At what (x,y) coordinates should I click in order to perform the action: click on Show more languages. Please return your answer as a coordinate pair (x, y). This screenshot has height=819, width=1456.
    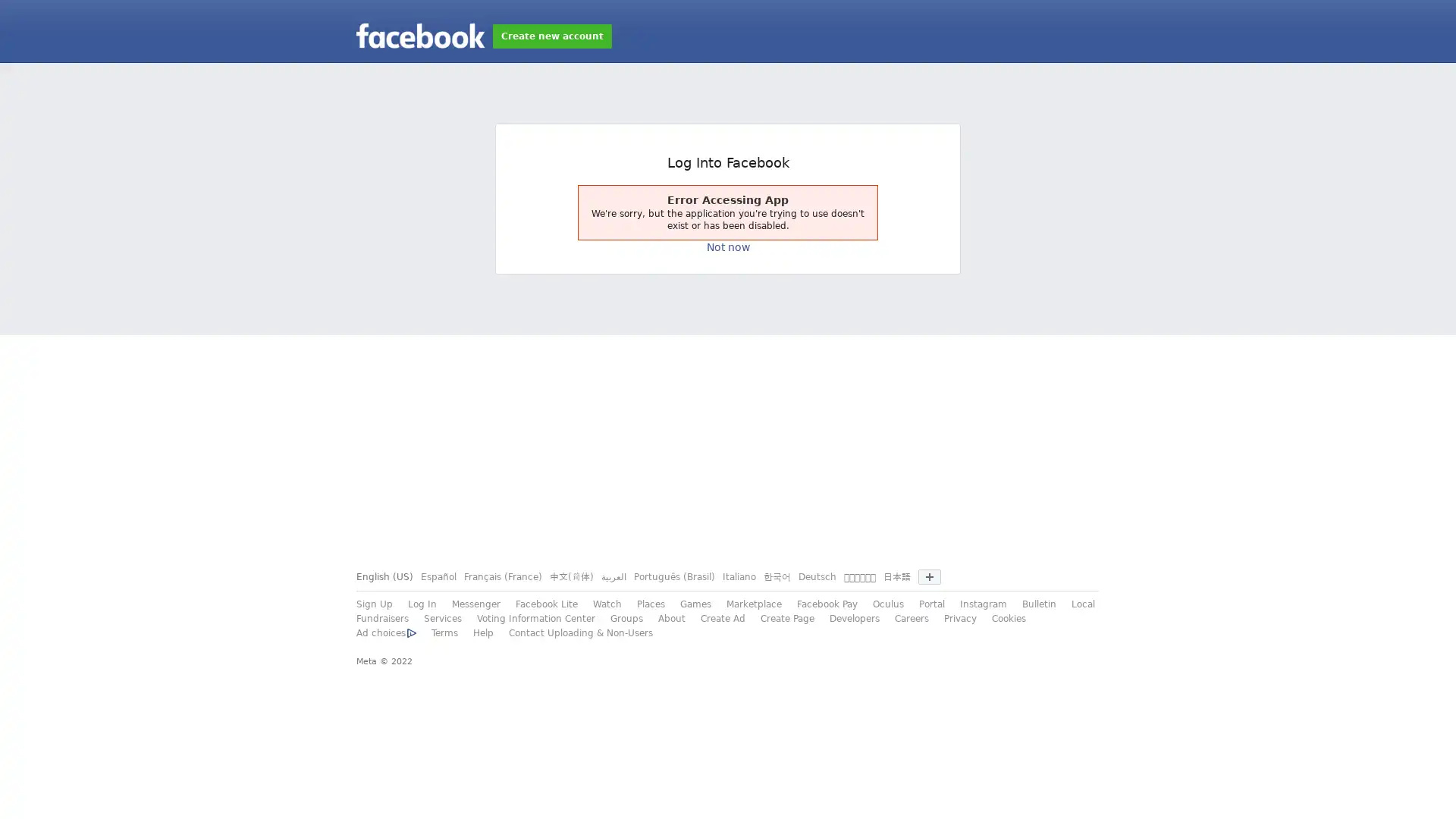
    Looking at the image, I should click on (928, 576).